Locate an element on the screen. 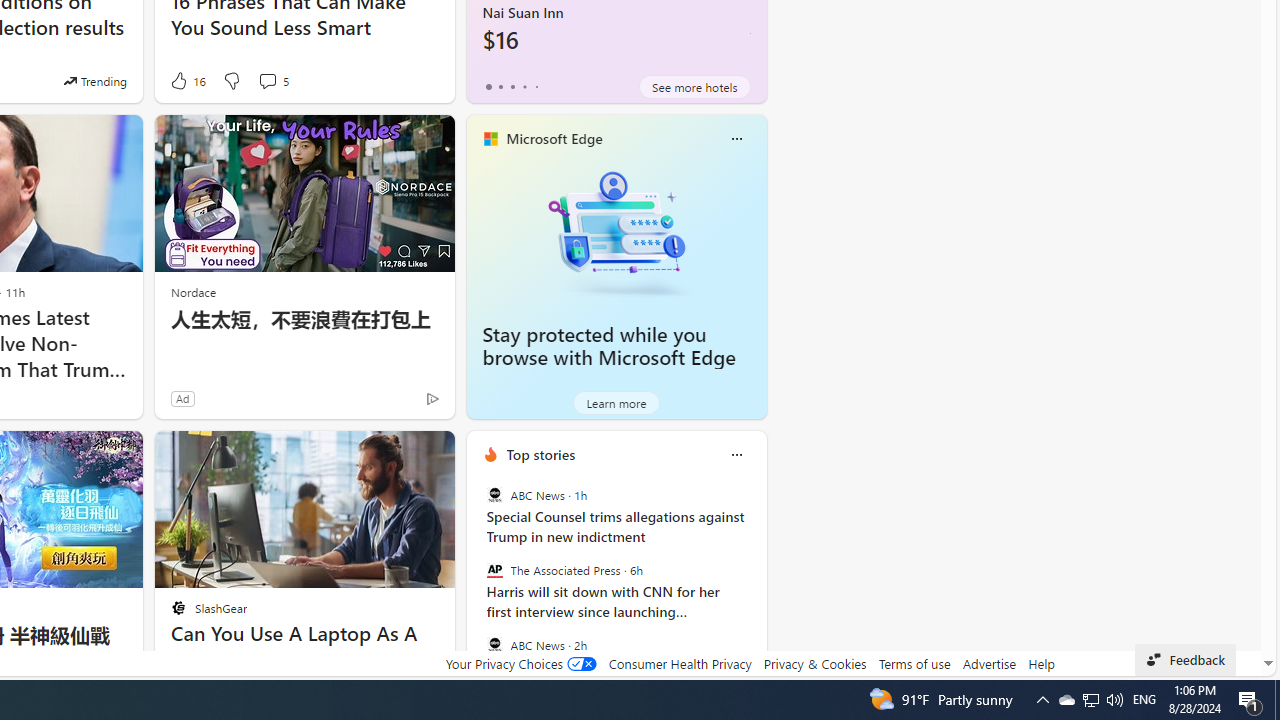 The height and width of the screenshot is (720, 1280). 'Terms of use' is located at coordinates (913, 663).